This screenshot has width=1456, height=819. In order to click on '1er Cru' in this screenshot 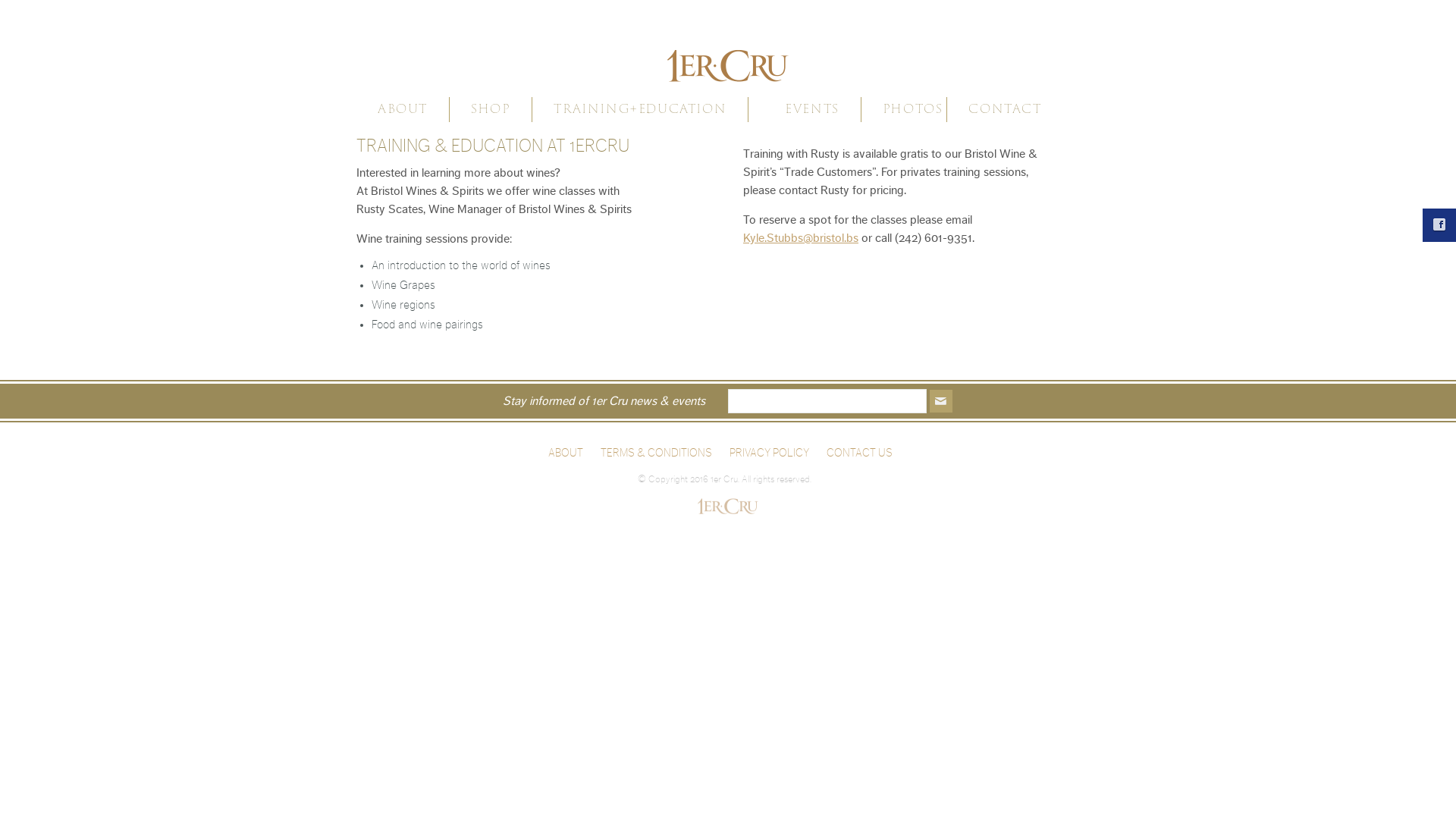, I will do `click(728, 55)`.